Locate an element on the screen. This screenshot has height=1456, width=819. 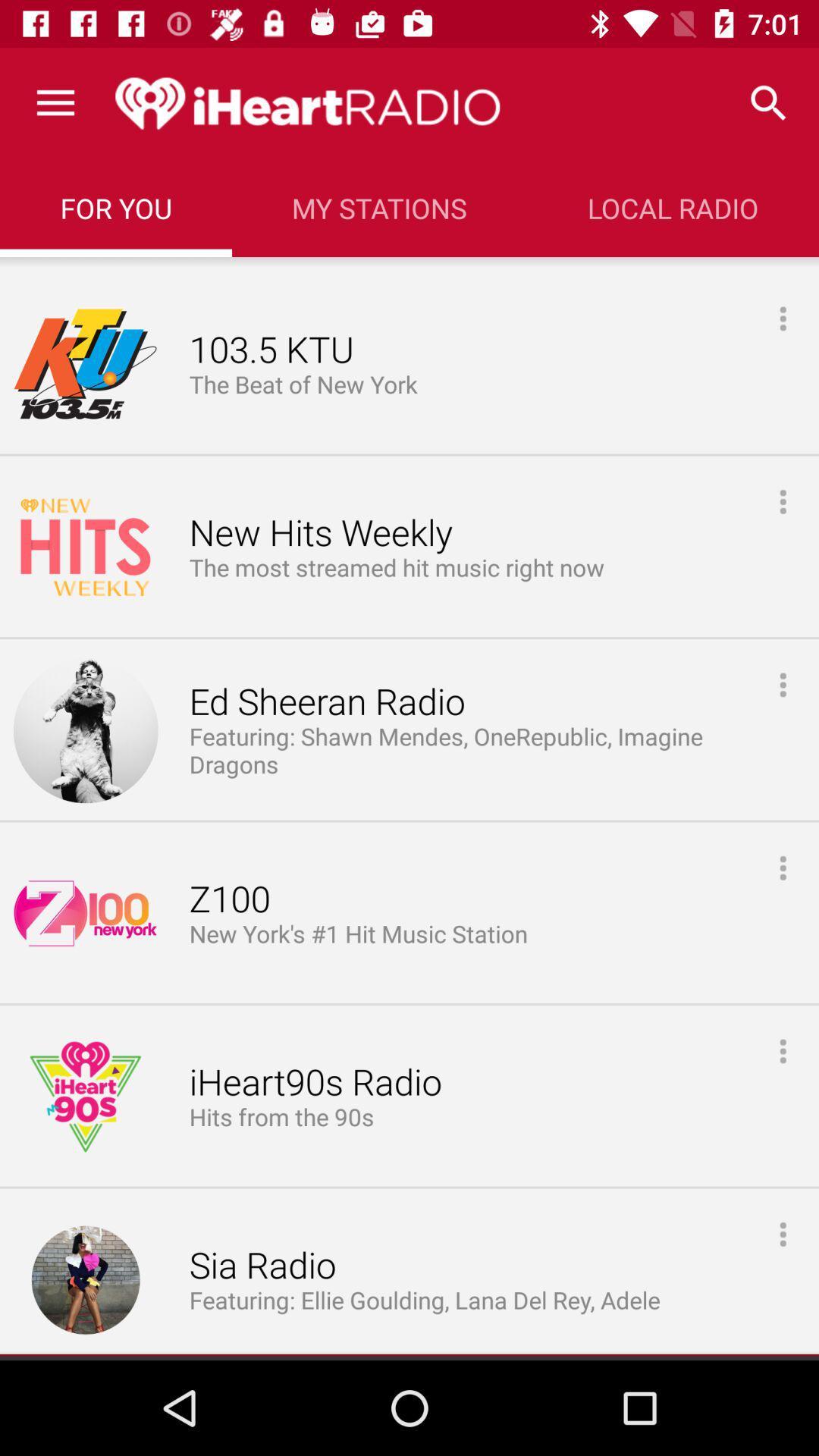
icon next to the my stations is located at coordinates (115, 207).